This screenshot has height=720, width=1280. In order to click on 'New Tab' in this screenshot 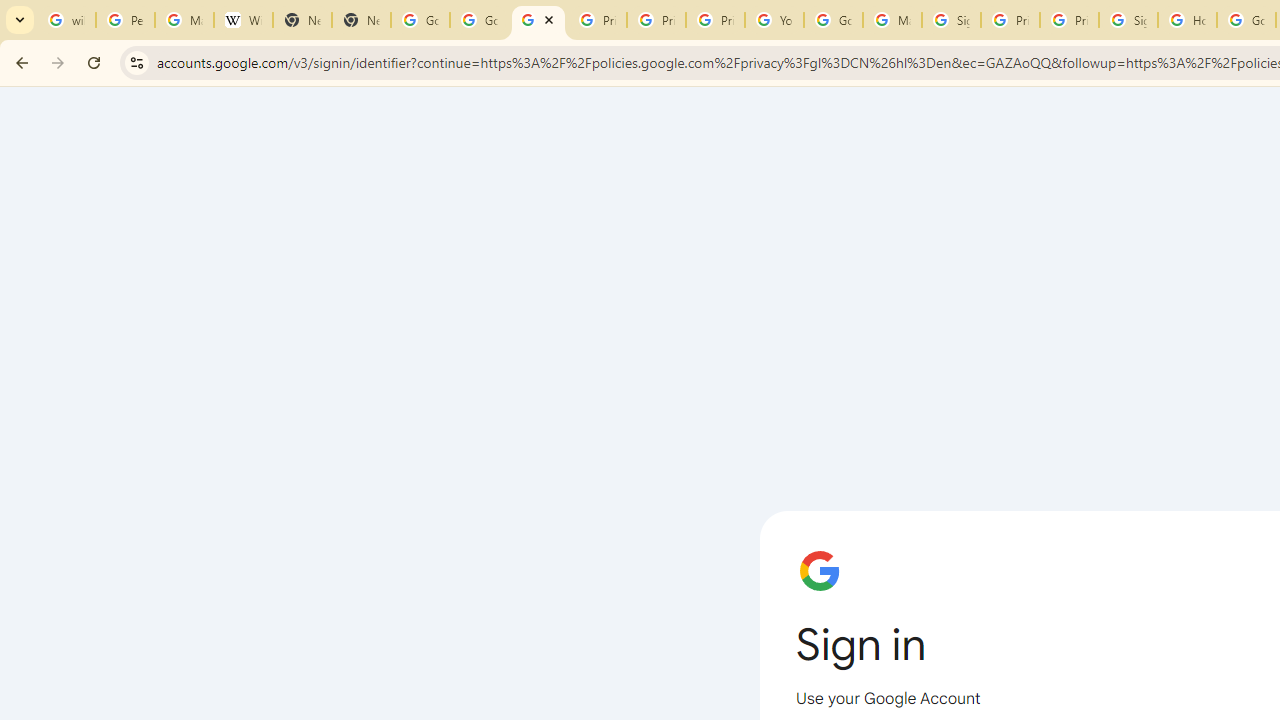, I will do `click(360, 20)`.